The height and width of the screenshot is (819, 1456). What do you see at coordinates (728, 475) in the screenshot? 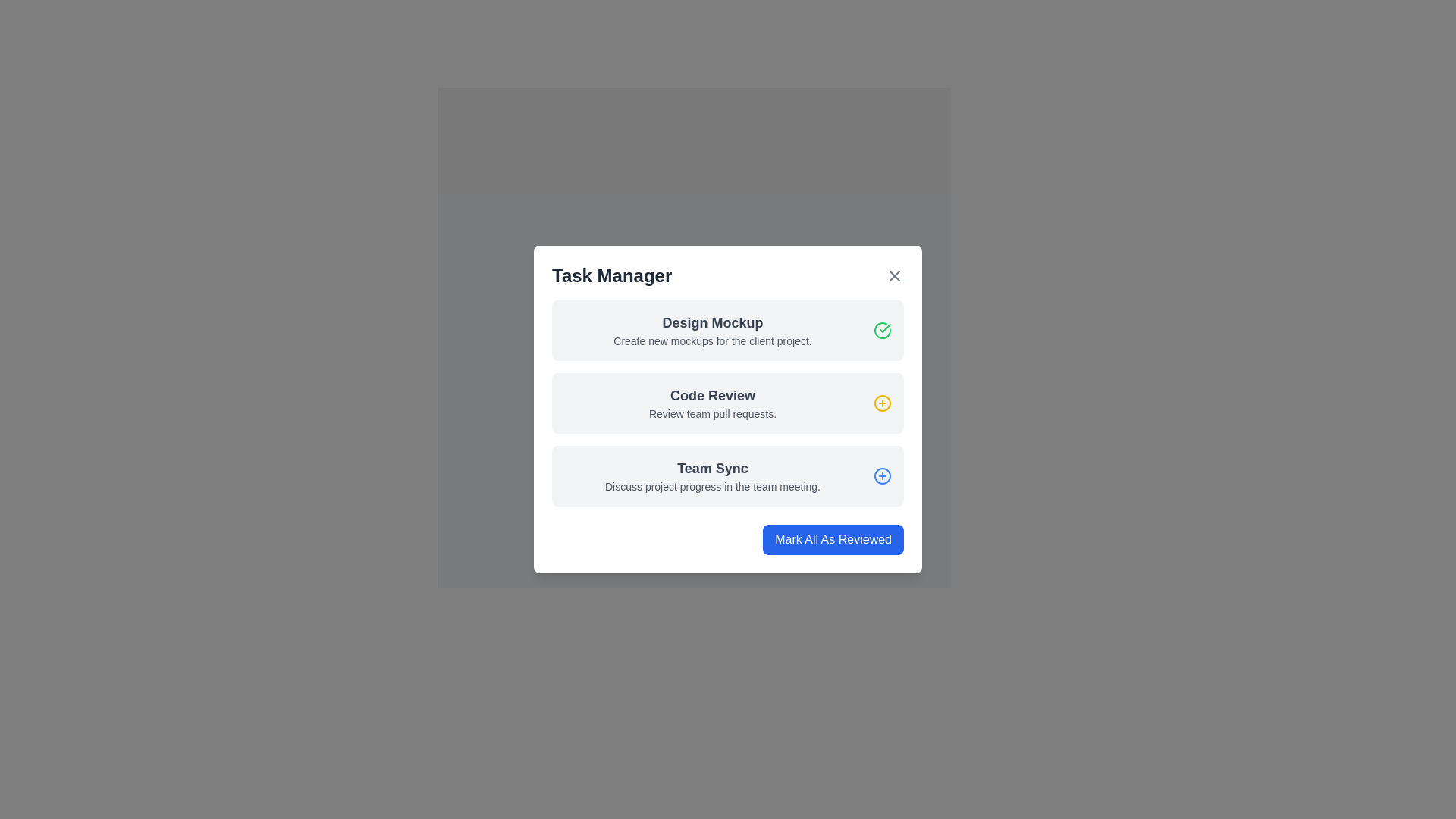
I see `the 'Team Sync' task item in the Task Manager` at bounding box center [728, 475].